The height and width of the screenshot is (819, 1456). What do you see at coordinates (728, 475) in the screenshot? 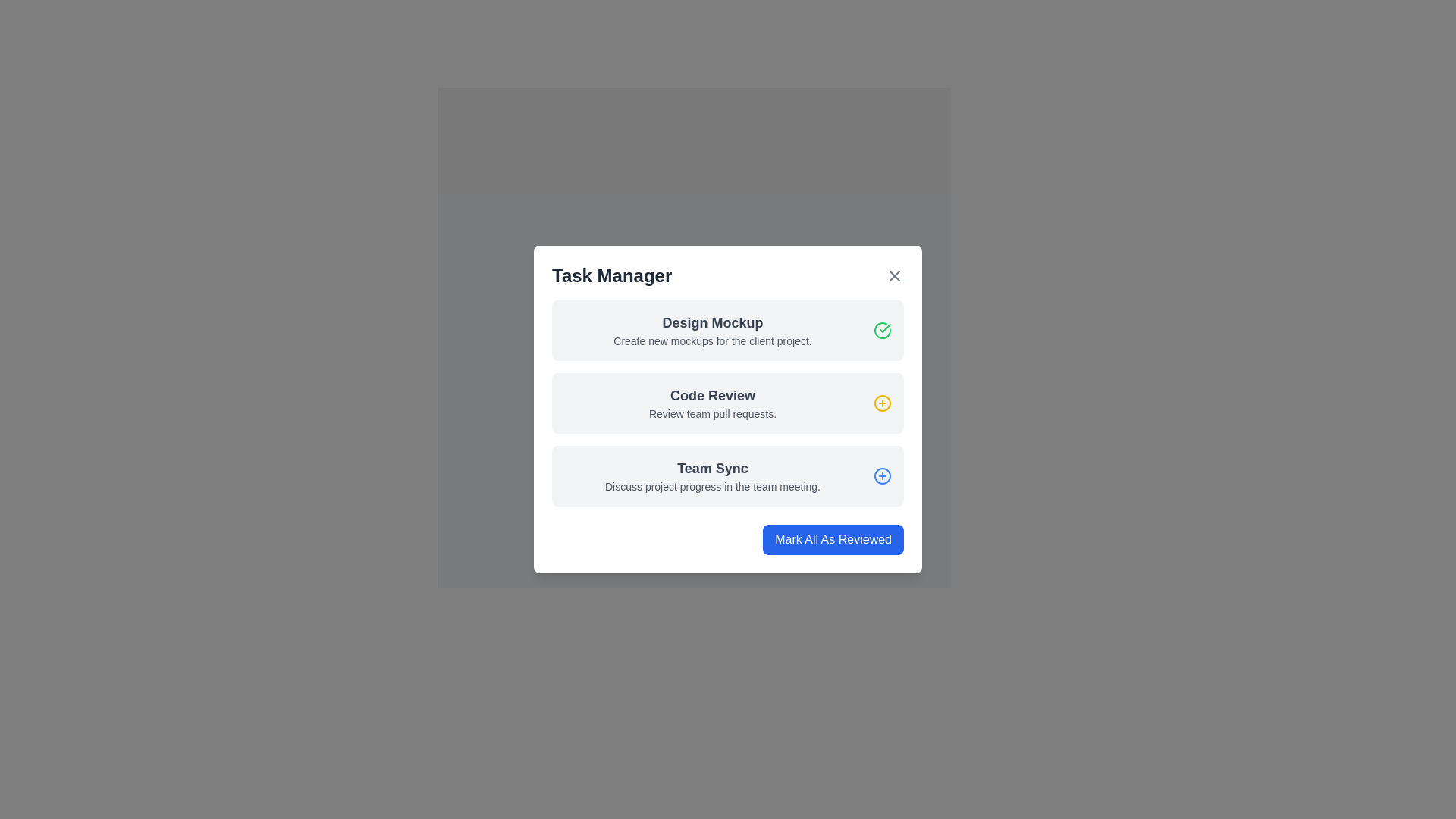
I see `the 'Team Sync' task item in the Task Manager` at bounding box center [728, 475].